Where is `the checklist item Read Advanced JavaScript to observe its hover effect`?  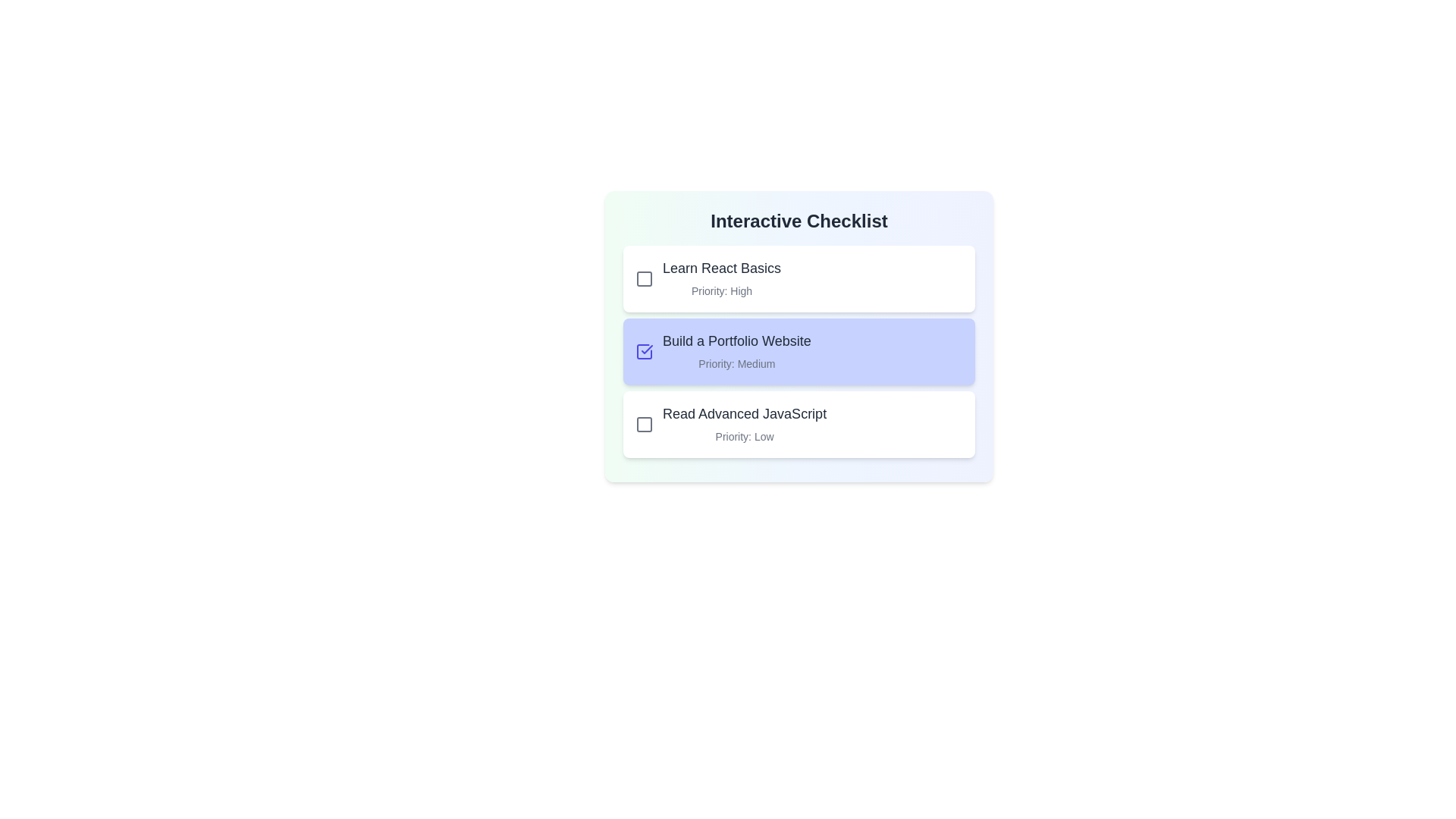
the checklist item Read Advanced JavaScript to observe its hover effect is located at coordinates (799, 424).